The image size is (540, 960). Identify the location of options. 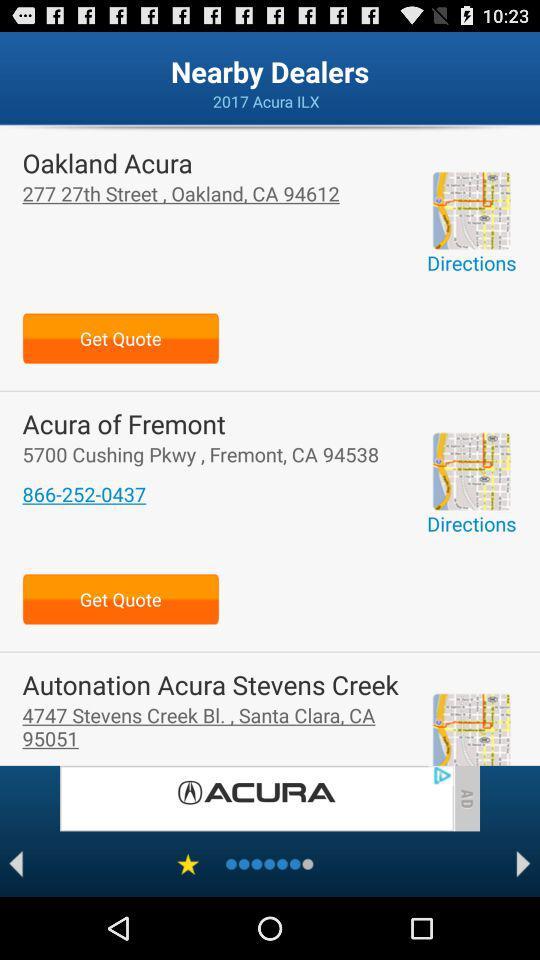
(188, 863).